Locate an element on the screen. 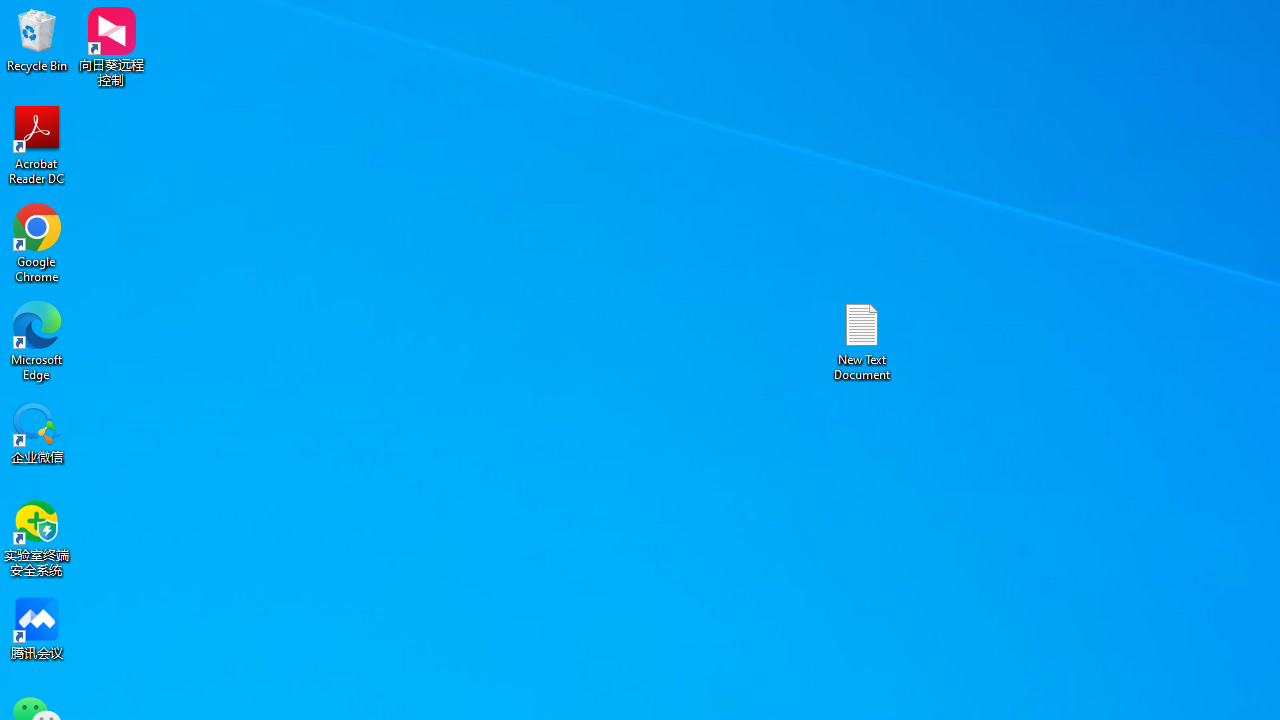 The height and width of the screenshot is (720, 1280). 'New Text Document' is located at coordinates (862, 340).